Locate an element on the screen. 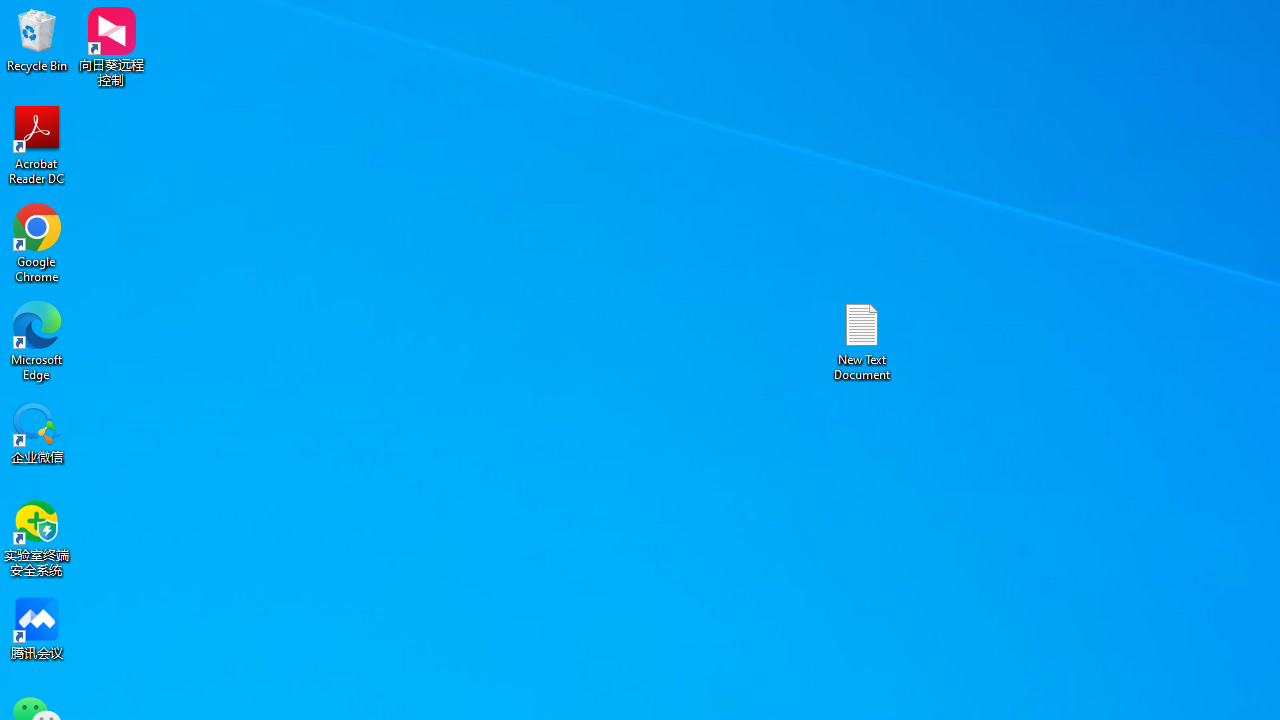 The height and width of the screenshot is (720, 1280). 'New Text Document' is located at coordinates (862, 340).